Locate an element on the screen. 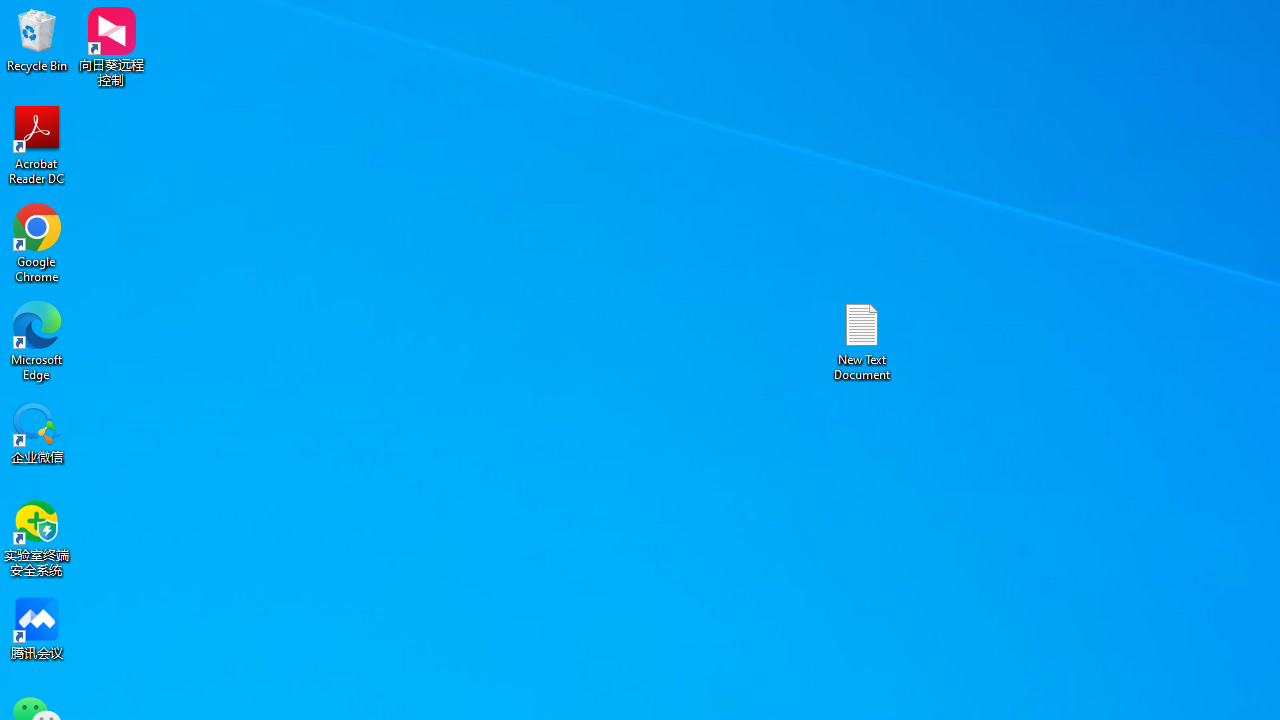 The height and width of the screenshot is (720, 1280). 'New Text Document' is located at coordinates (862, 340).